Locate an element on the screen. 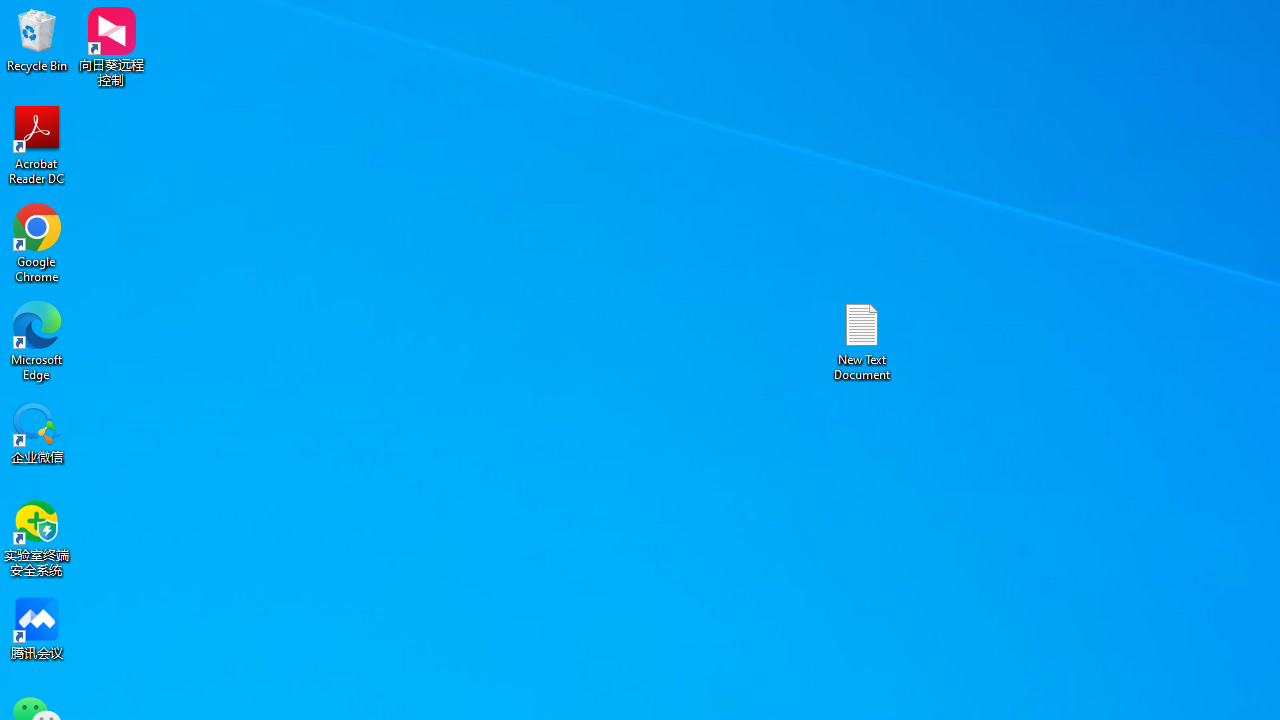 The height and width of the screenshot is (720, 1280). 'New Text Document' is located at coordinates (862, 340).